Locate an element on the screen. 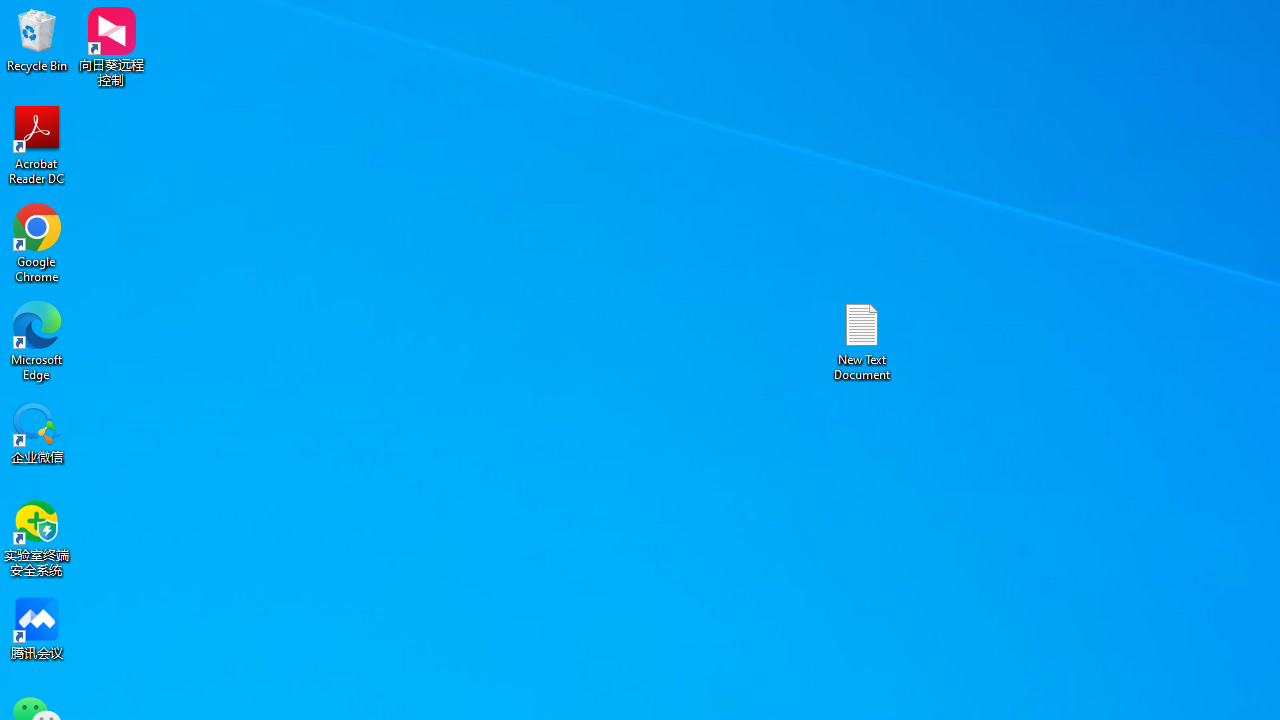 The height and width of the screenshot is (720, 1280). 'New Text Document' is located at coordinates (862, 340).